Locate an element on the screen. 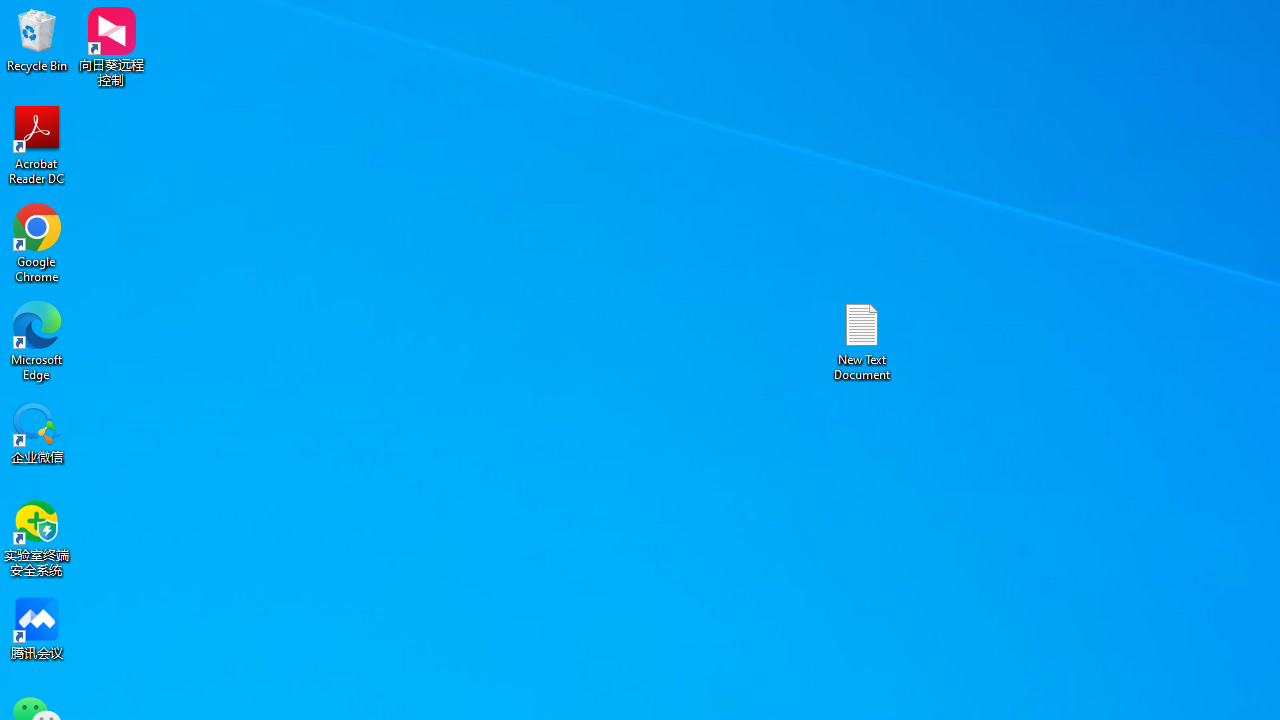 The height and width of the screenshot is (720, 1280). 'New Text Document' is located at coordinates (862, 340).